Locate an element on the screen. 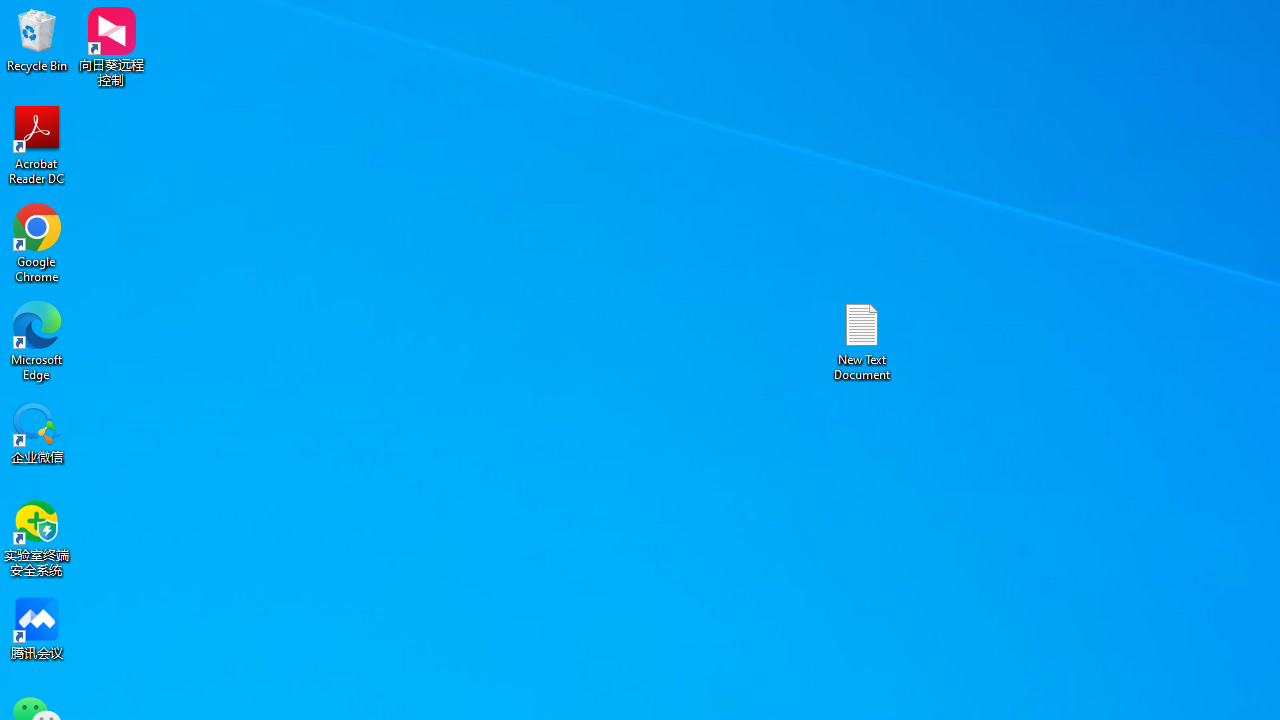 The height and width of the screenshot is (720, 1280). 'New Text Document' is located at coordinates (862, 340).